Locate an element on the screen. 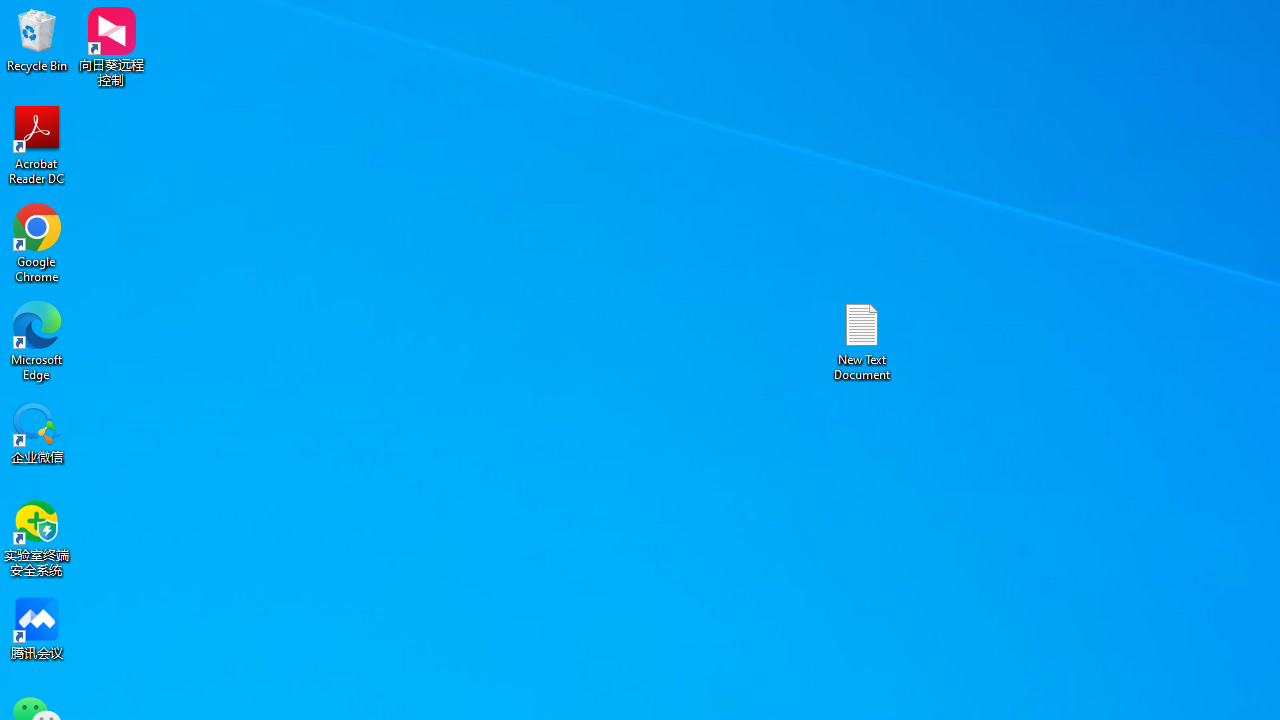 The height and width of the screenshot is (720, 1280). 'New Text Document' is located at coordinates (862, 340).